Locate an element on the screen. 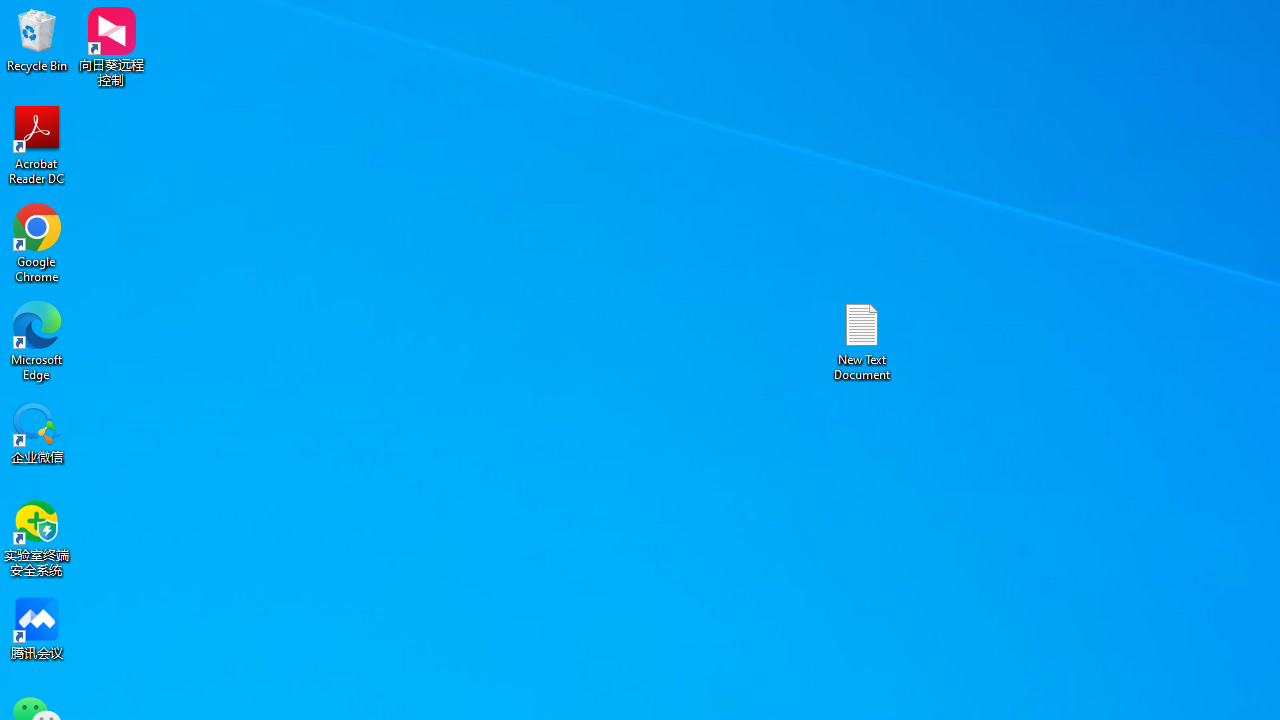 The height and width of the screenshot is (720, 1280). 'New Text Document' is located at coordinates (862, 340).